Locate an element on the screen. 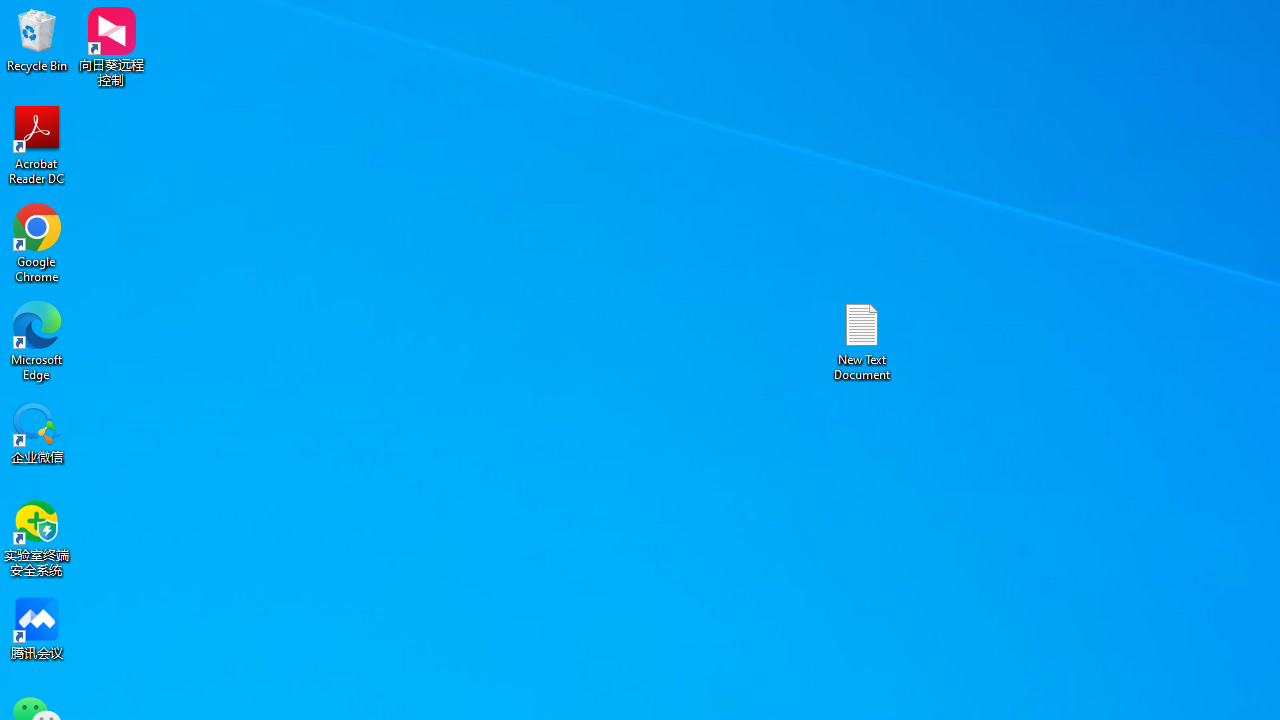 The height and width of the screenshot is (720, 1280). 'New Text Document' is located at coordinates (862, 340).